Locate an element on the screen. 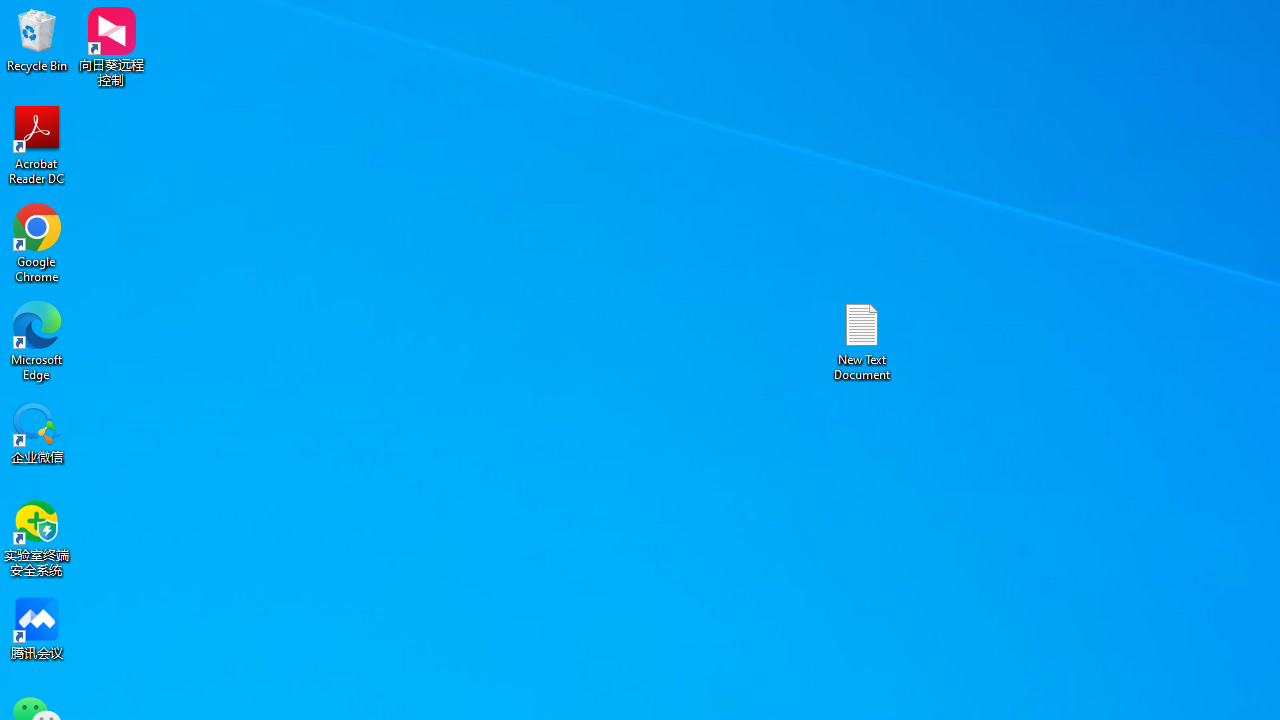 The height and width of the screenshot is (720, 1280). 'New Text Document' is located at coordinates (862, 340).